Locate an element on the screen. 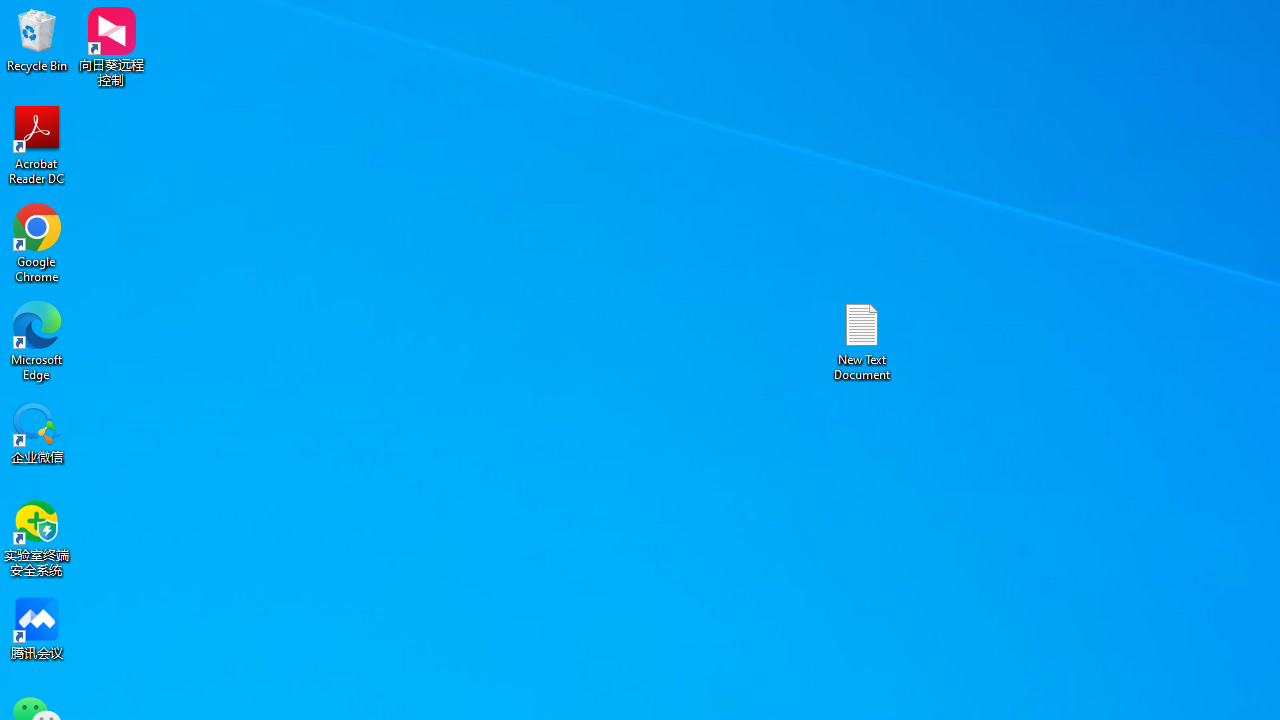 The height and width of the screenshot is (720, 1280). 'New Text Document' is located at coordinates (862, 340).